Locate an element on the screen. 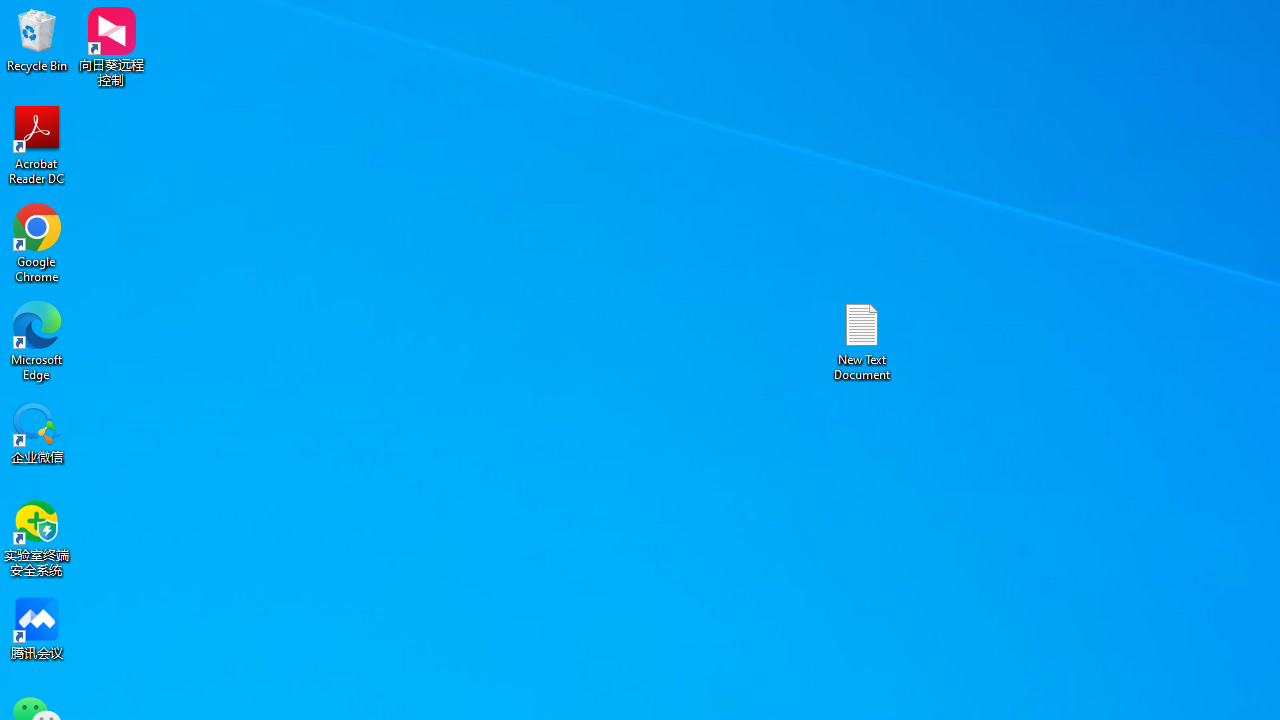 The height and width of the screenshot is (720, 1280). 'New Text Document' is located at coordinates (862, 340).